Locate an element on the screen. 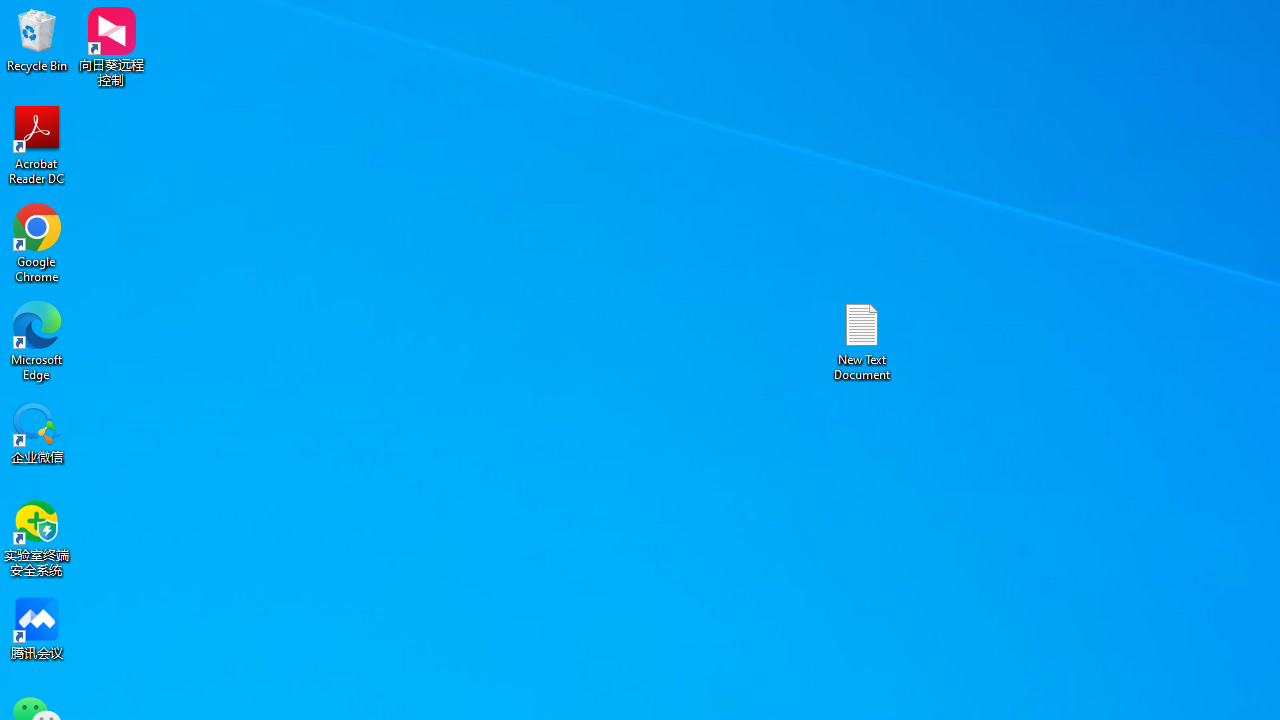 The height and width of the screenshot is (720, 1280). 'New Text Document' is located at coordinates (862, 340).